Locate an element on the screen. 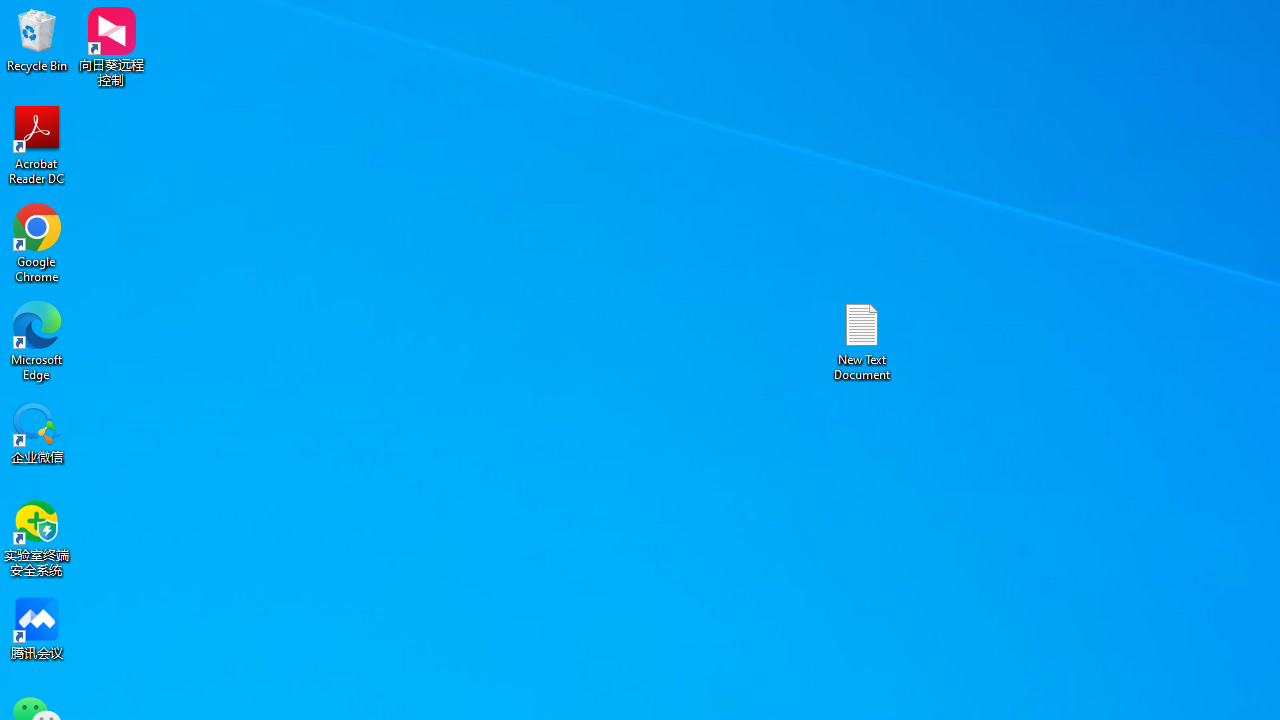 The height and width of the screenshot is (720, 1280). 'New Text Document' is located at coordinates (862, 340).